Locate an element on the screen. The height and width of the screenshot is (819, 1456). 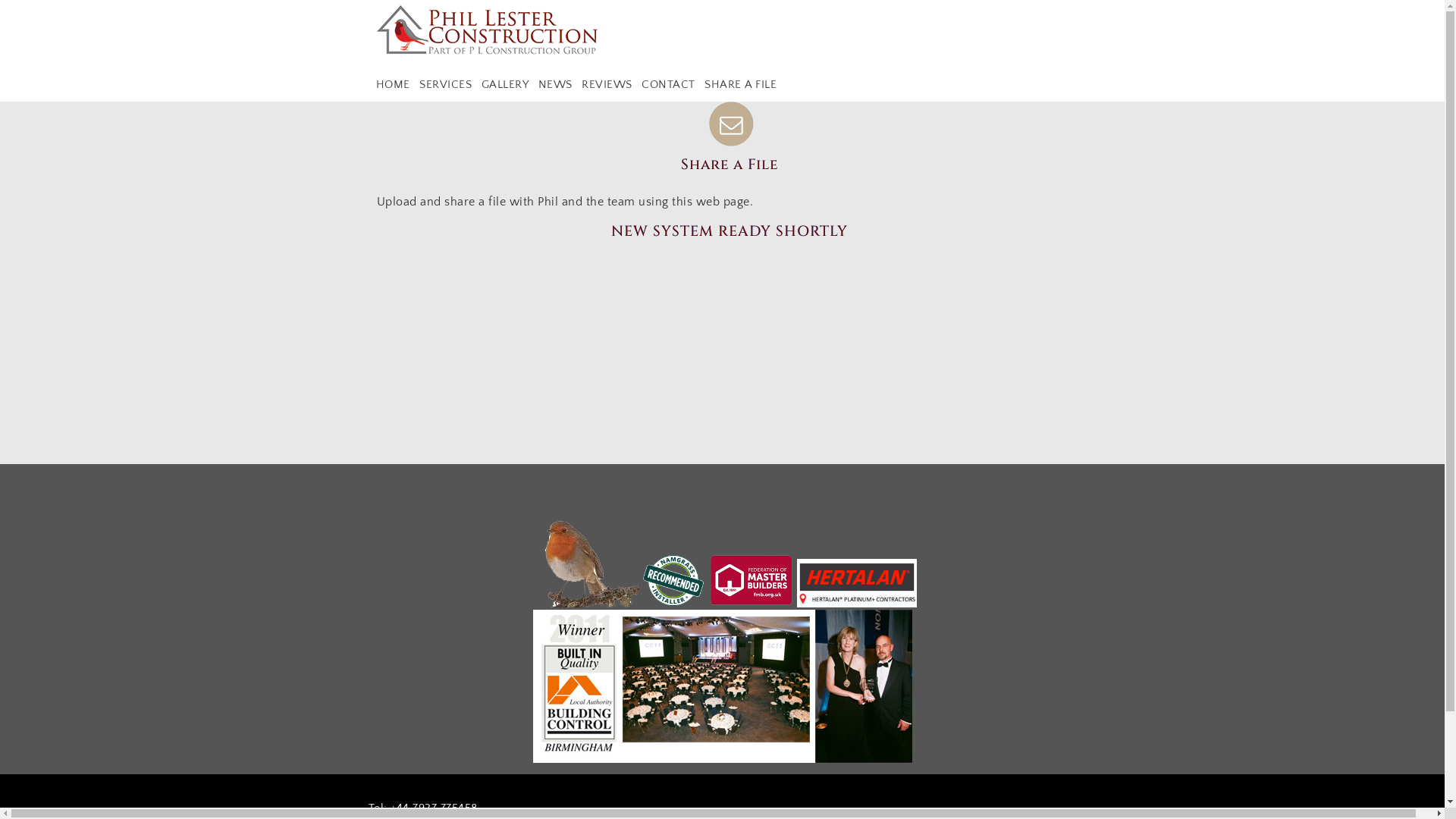
'NEWS' is located at coordinates (554, 84).